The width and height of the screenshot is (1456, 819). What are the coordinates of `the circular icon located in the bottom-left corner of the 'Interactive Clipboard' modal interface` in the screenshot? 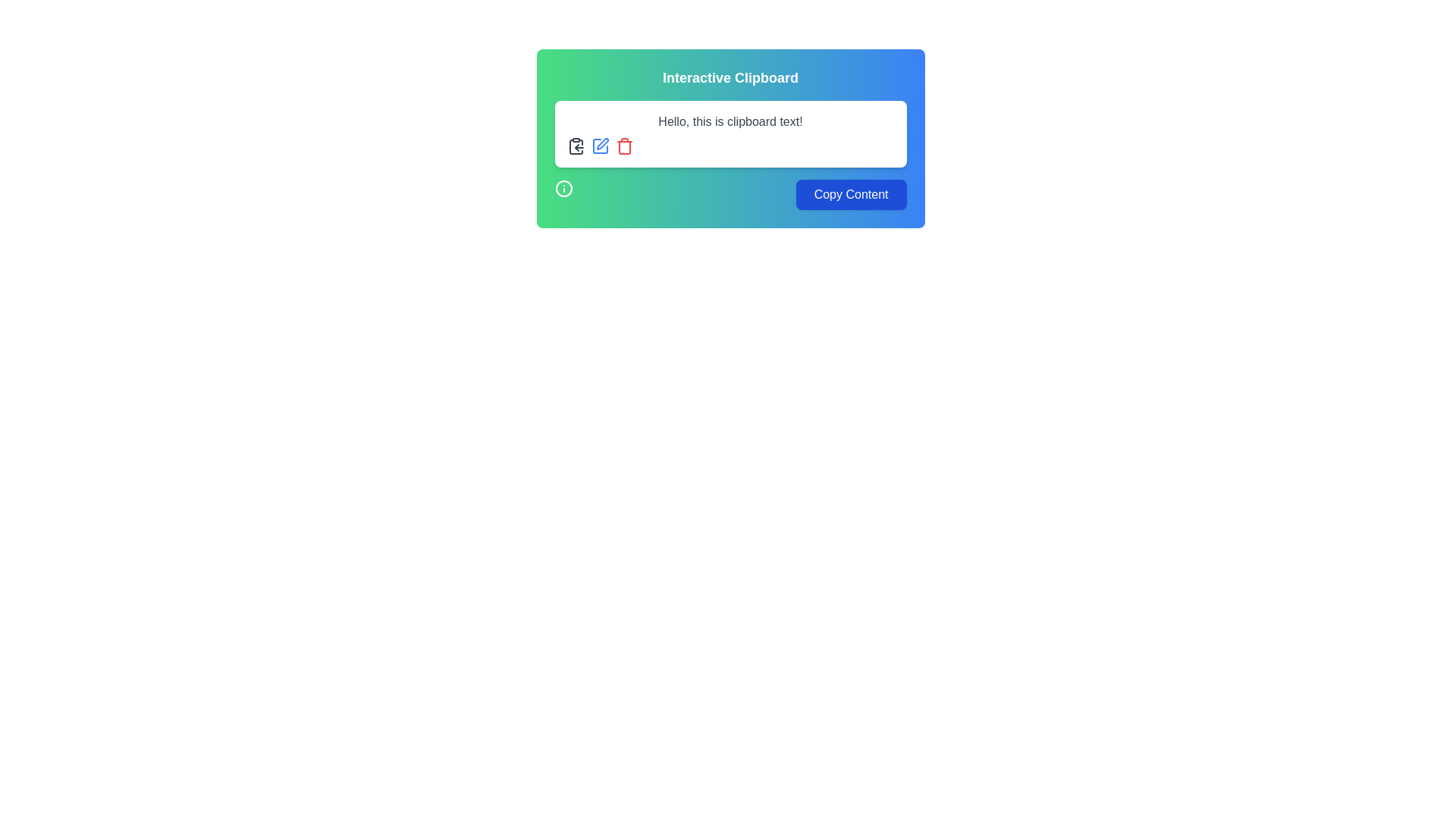 It's located at (563, 188).